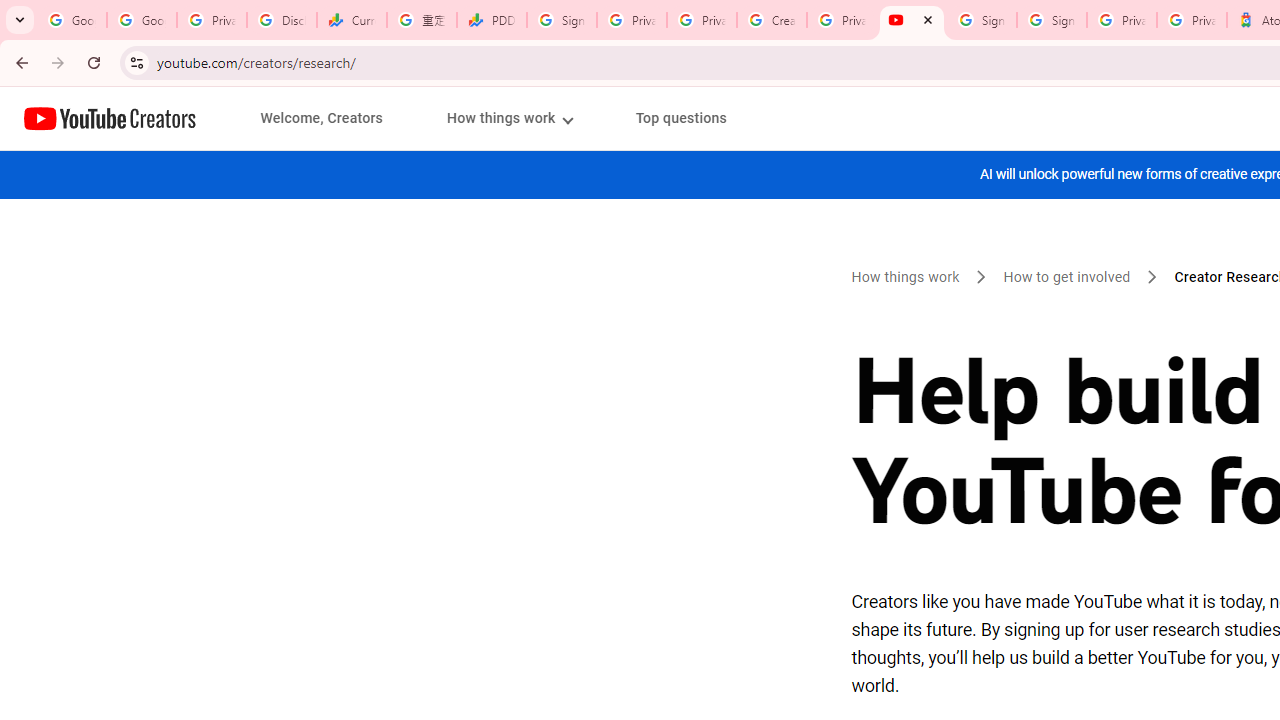 The width and height of the screenshot is (1280, 720). Describe the element at coordinates (982, 20) in the screenshot. I see `'Sign in - Google Accounts'` at that location.